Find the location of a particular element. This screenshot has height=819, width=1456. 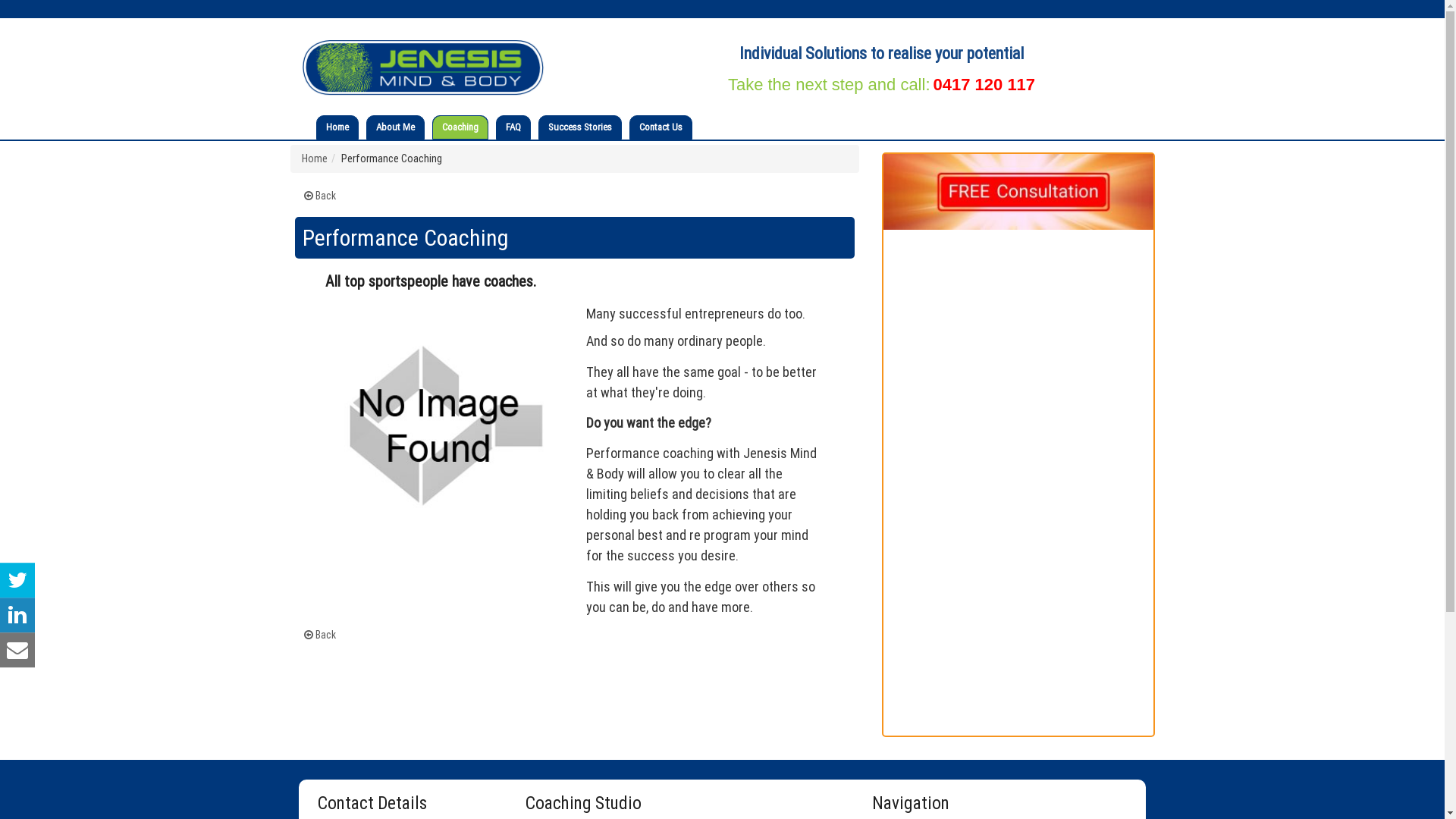

'About Me' is located at coordinates (395, 127).